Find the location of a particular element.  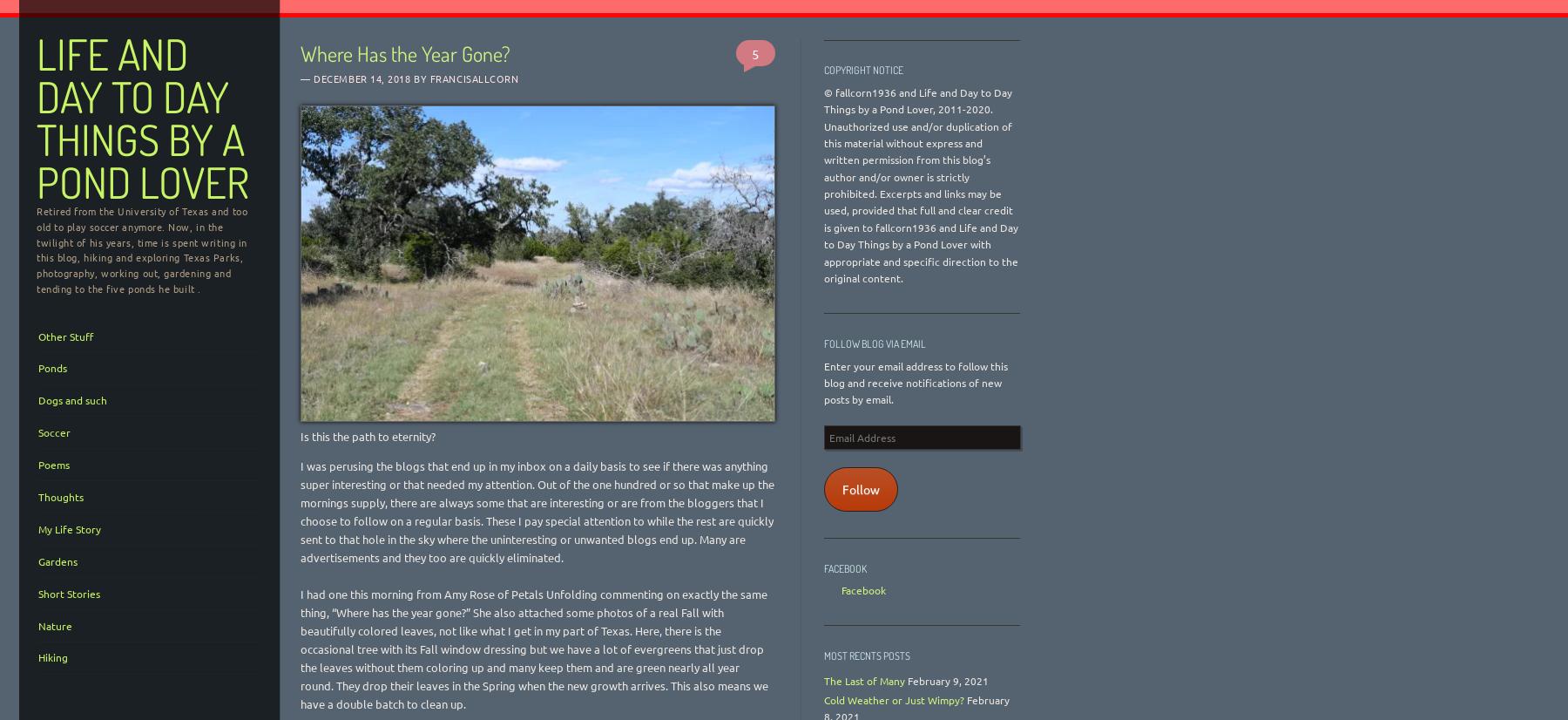

'Follow Blog via Email' is located at coordinates (874, 343).